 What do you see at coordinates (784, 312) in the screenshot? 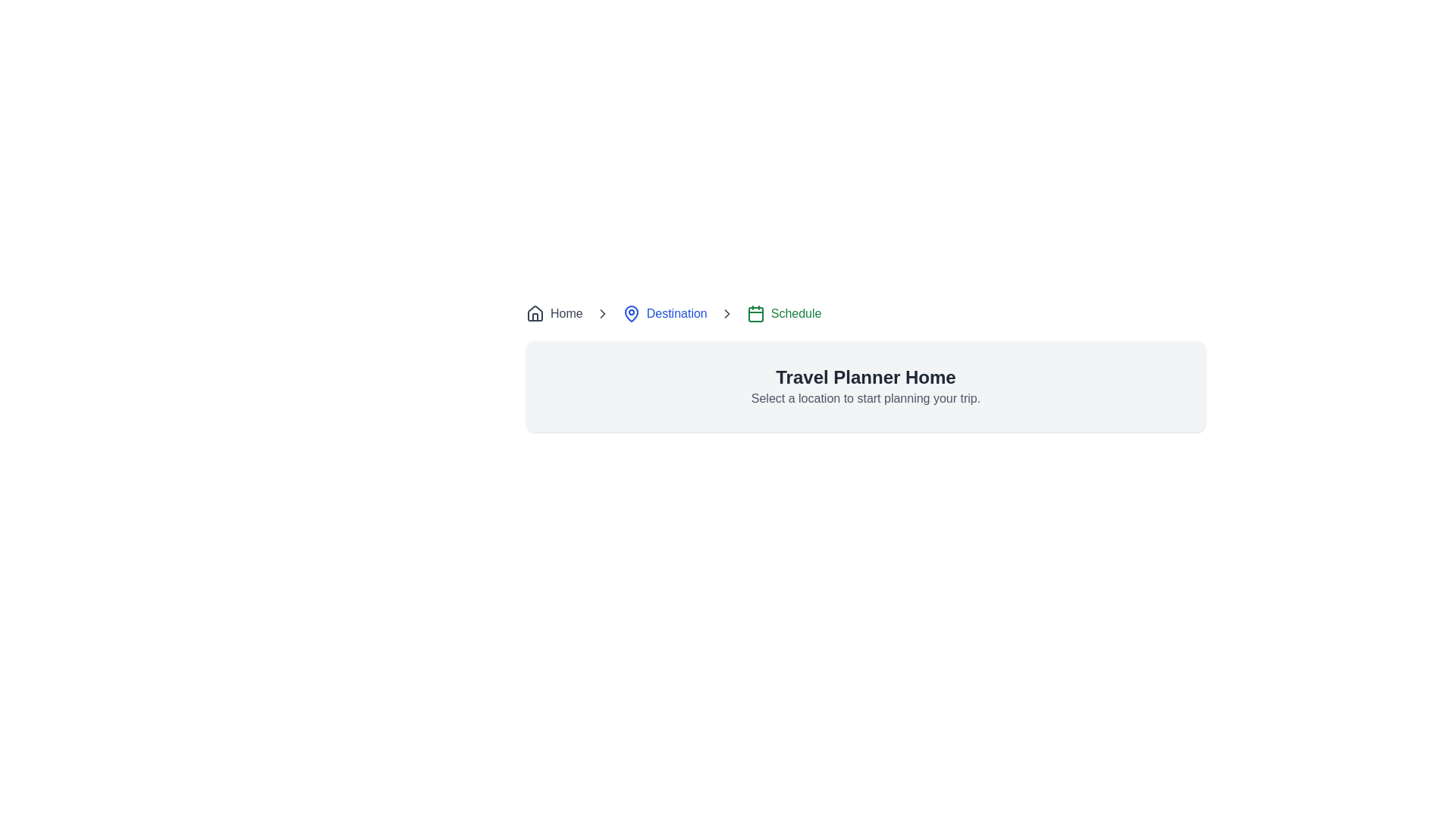
I see `the 'Schedule' hyperlink in the breadcrumb navigation bar to observe the color change` at bounding box center [784, 312].